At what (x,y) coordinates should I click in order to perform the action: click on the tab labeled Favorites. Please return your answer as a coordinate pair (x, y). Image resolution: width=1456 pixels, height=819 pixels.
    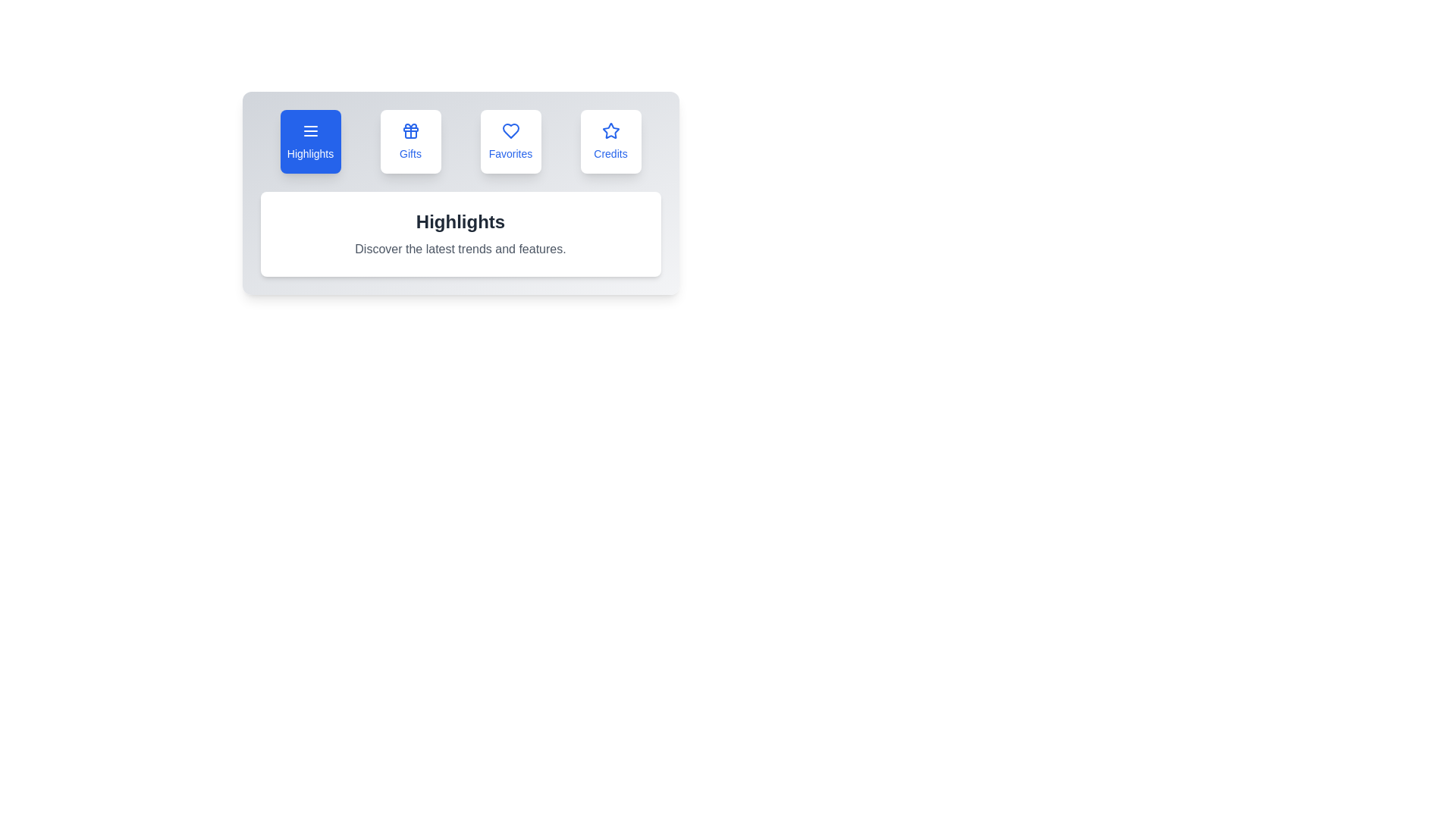
    Looking at the image, I should click on (510, 141).